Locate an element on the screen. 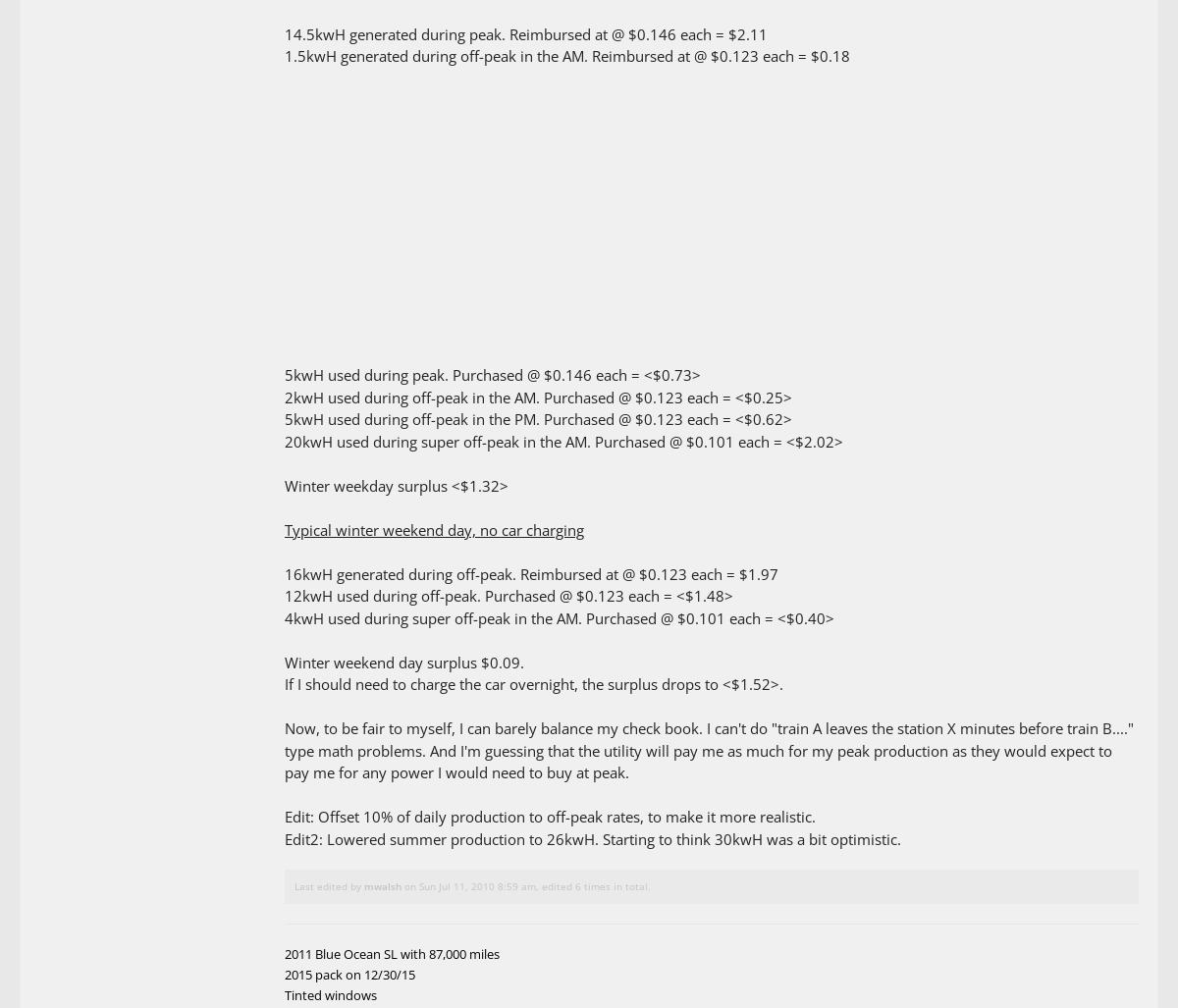  '16kwH generated during off-peak. Reimbursed at @ $0.123 each = $1.97' is located at coordinates (530, 572).